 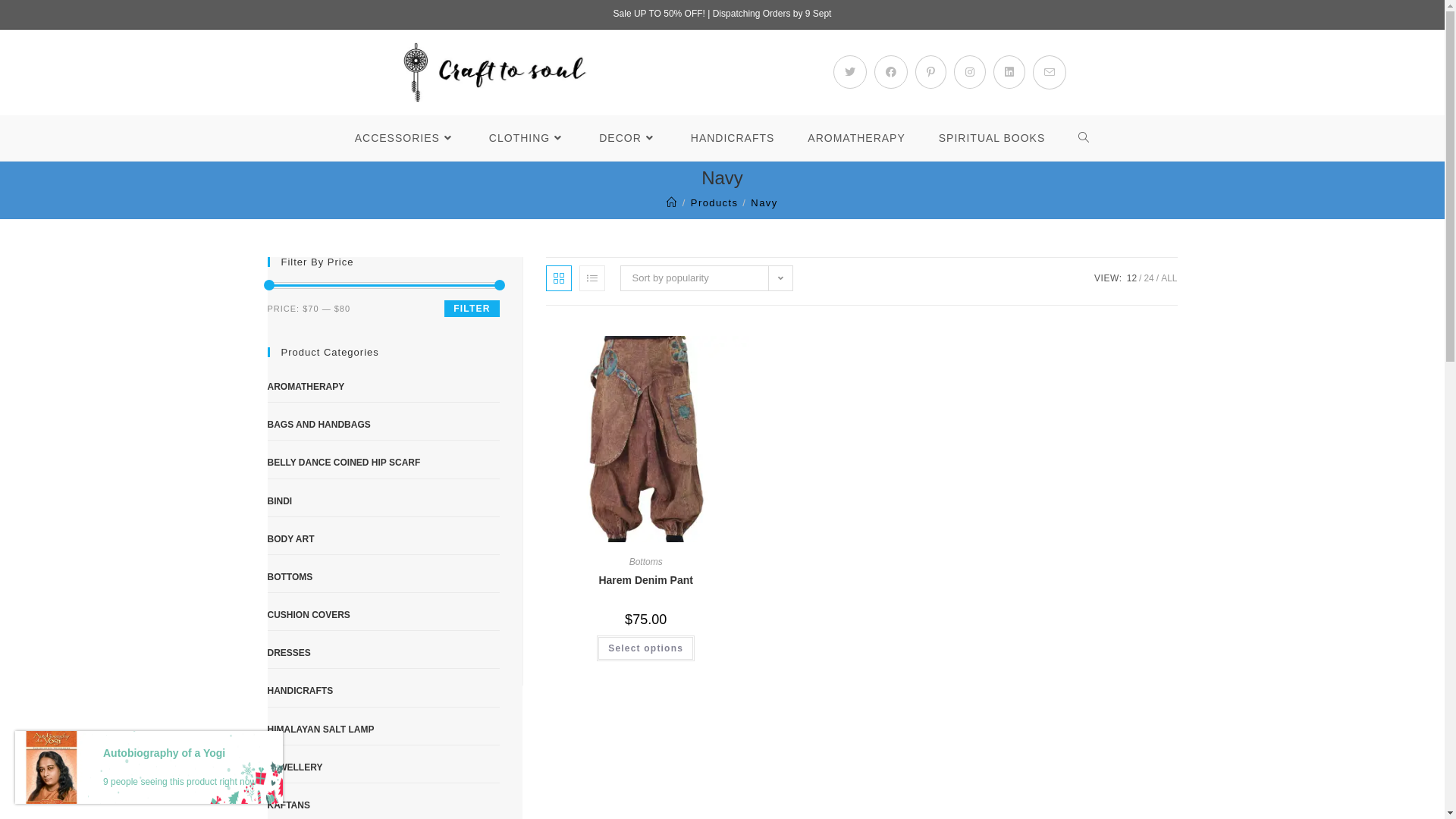 I want to click on 'DECOR', so click(x=582, y=137).